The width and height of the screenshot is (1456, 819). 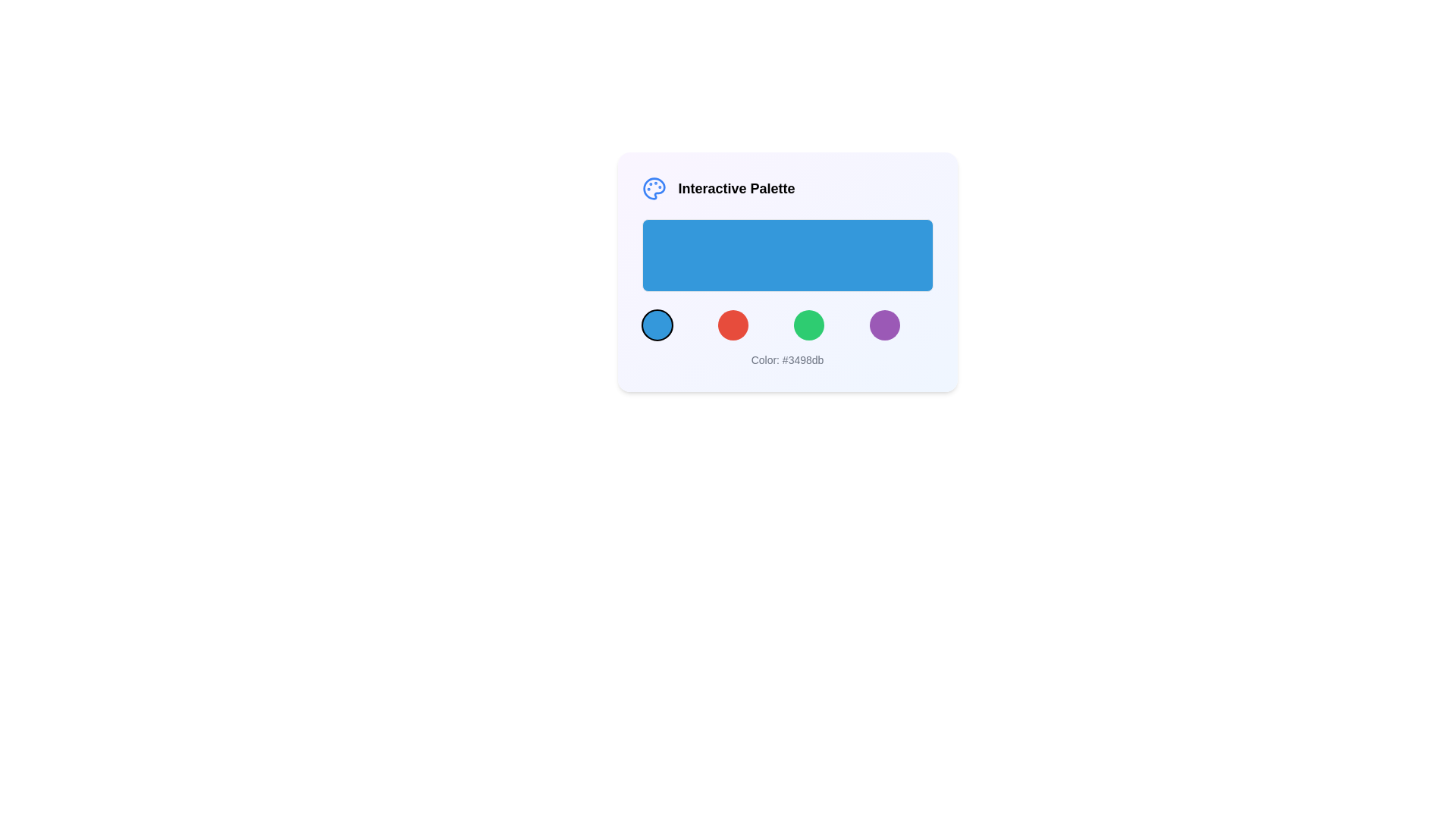 What do you see at coordinates (884, 324) in the screenshot?
I see `the fourth circular selectable button in the bottom-right section of the grid` at bounding box center [884, 324].